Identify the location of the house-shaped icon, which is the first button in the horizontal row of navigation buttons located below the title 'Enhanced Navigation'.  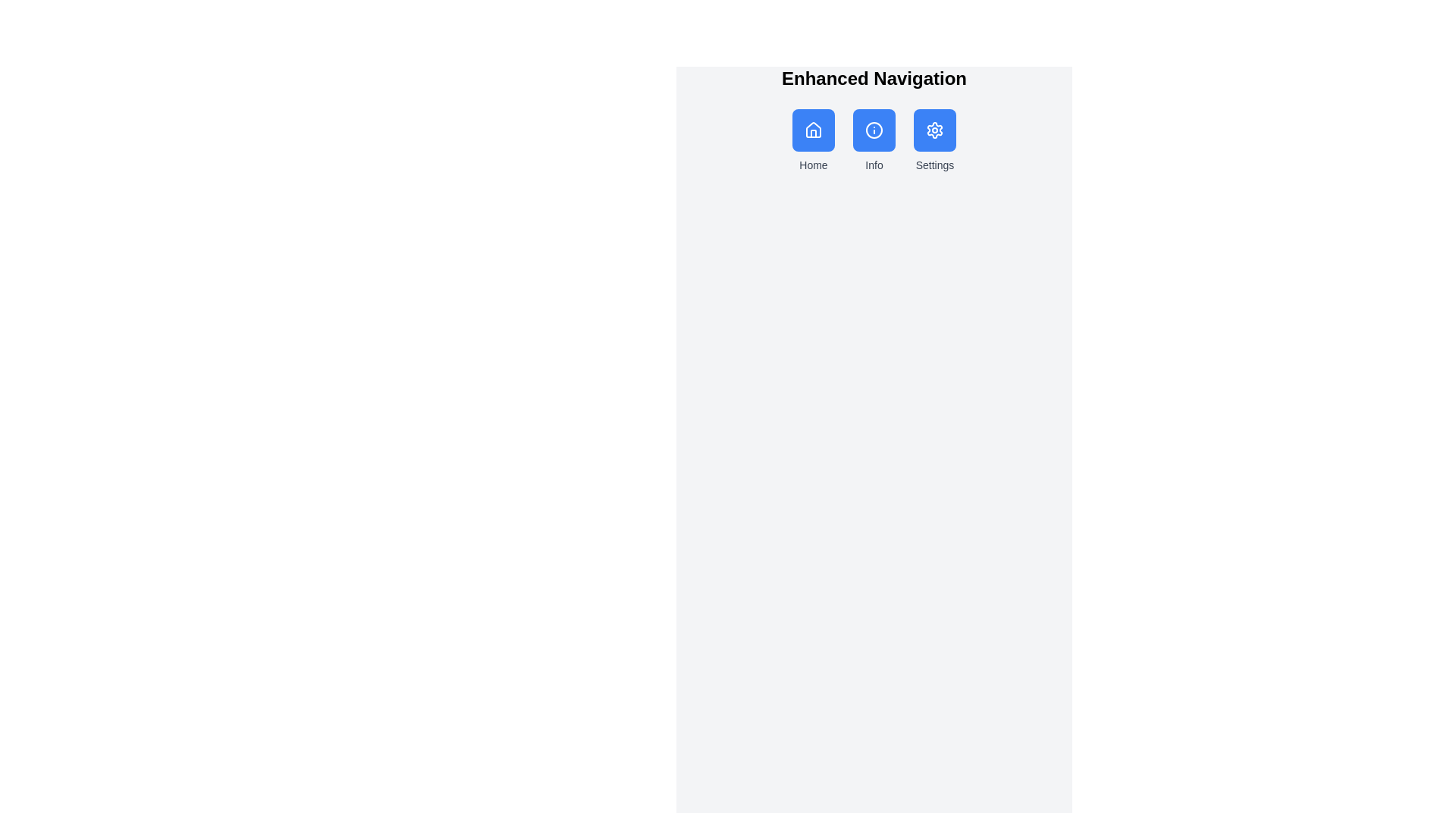
(813, 130).